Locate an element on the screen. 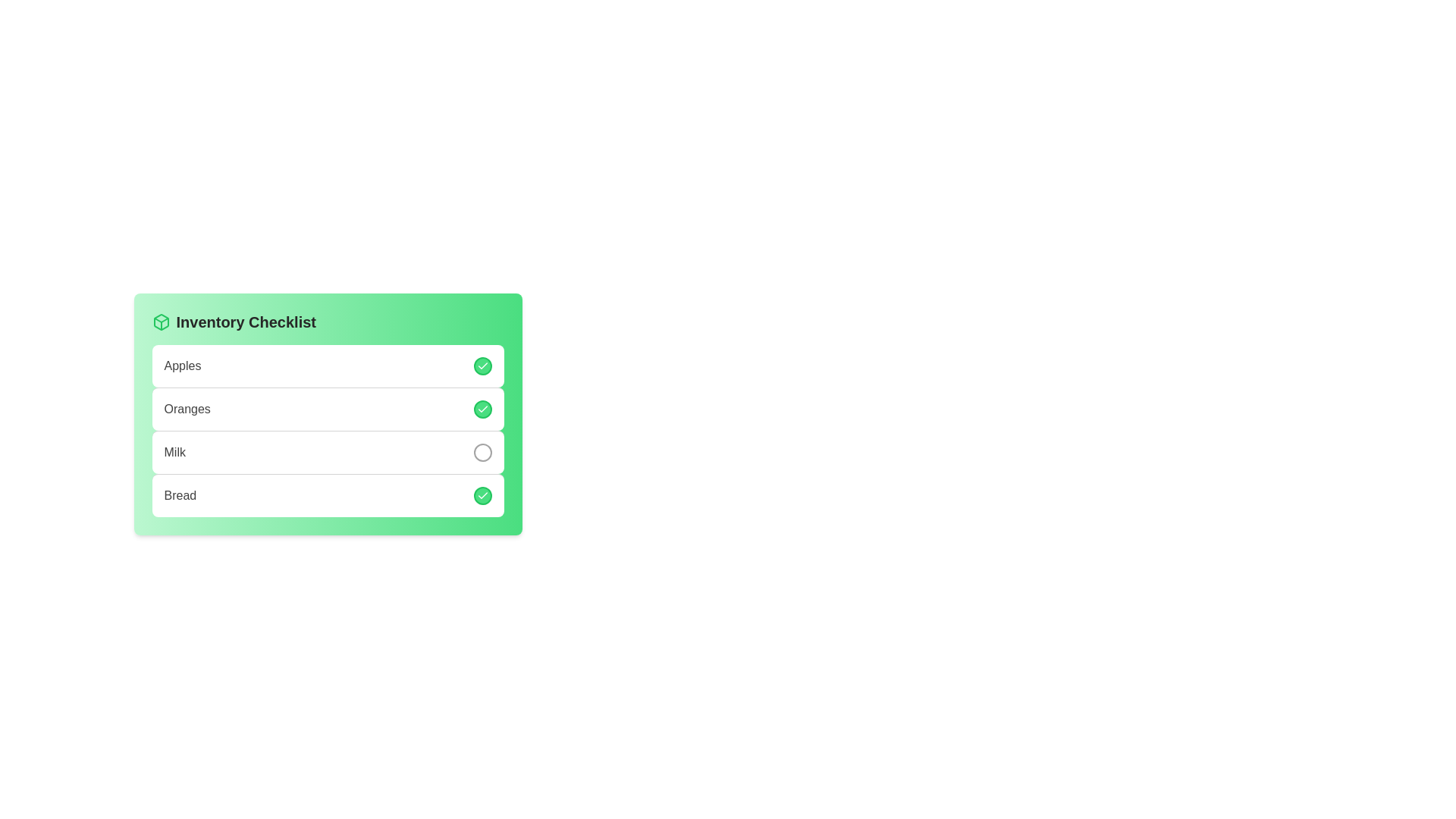  the checkbox for 'Oranges' in the 'Inventory Checklist' is located at coordinates (327, 414).